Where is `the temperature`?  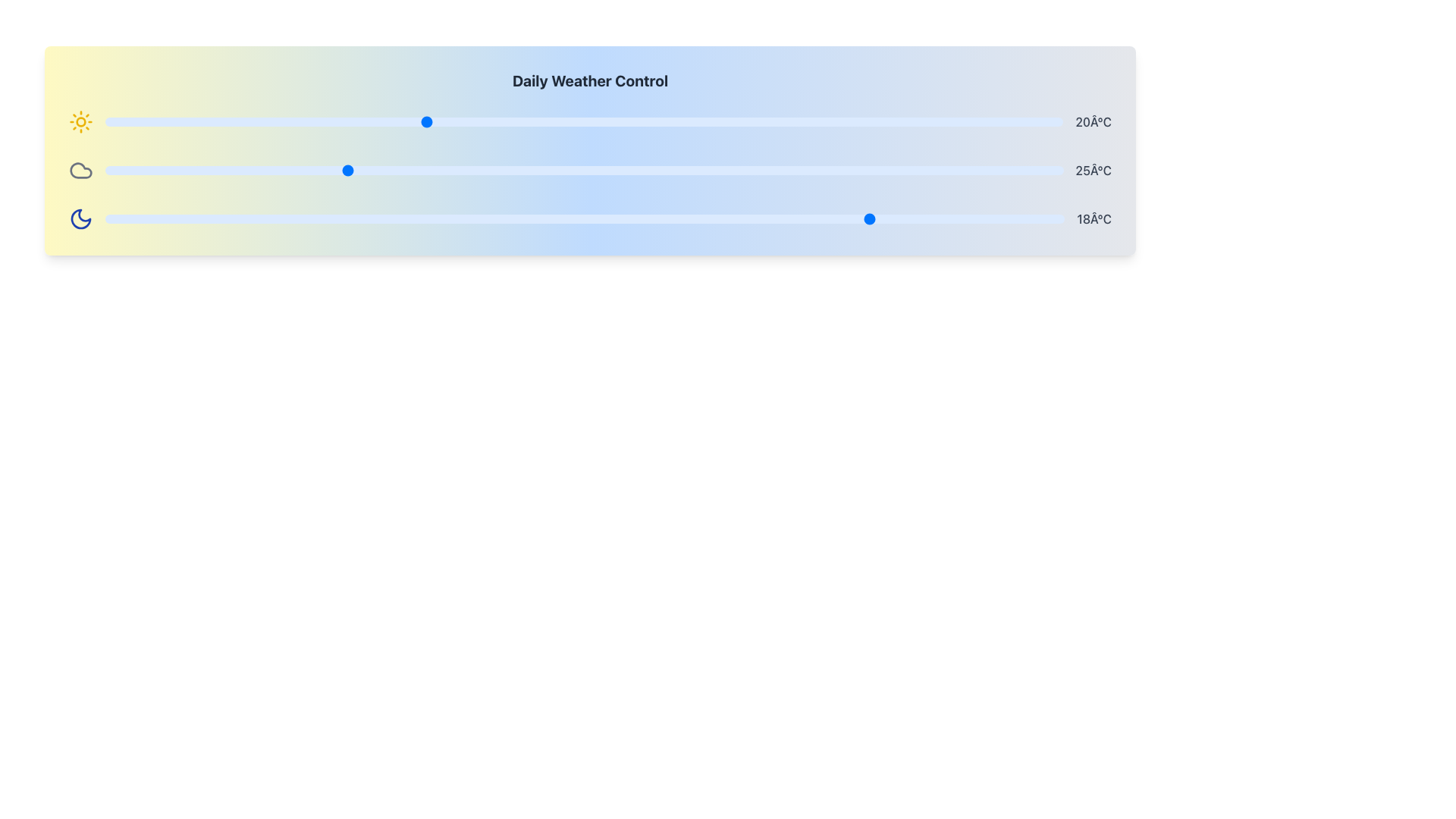 the temperature is located at coordinates (488, 170).